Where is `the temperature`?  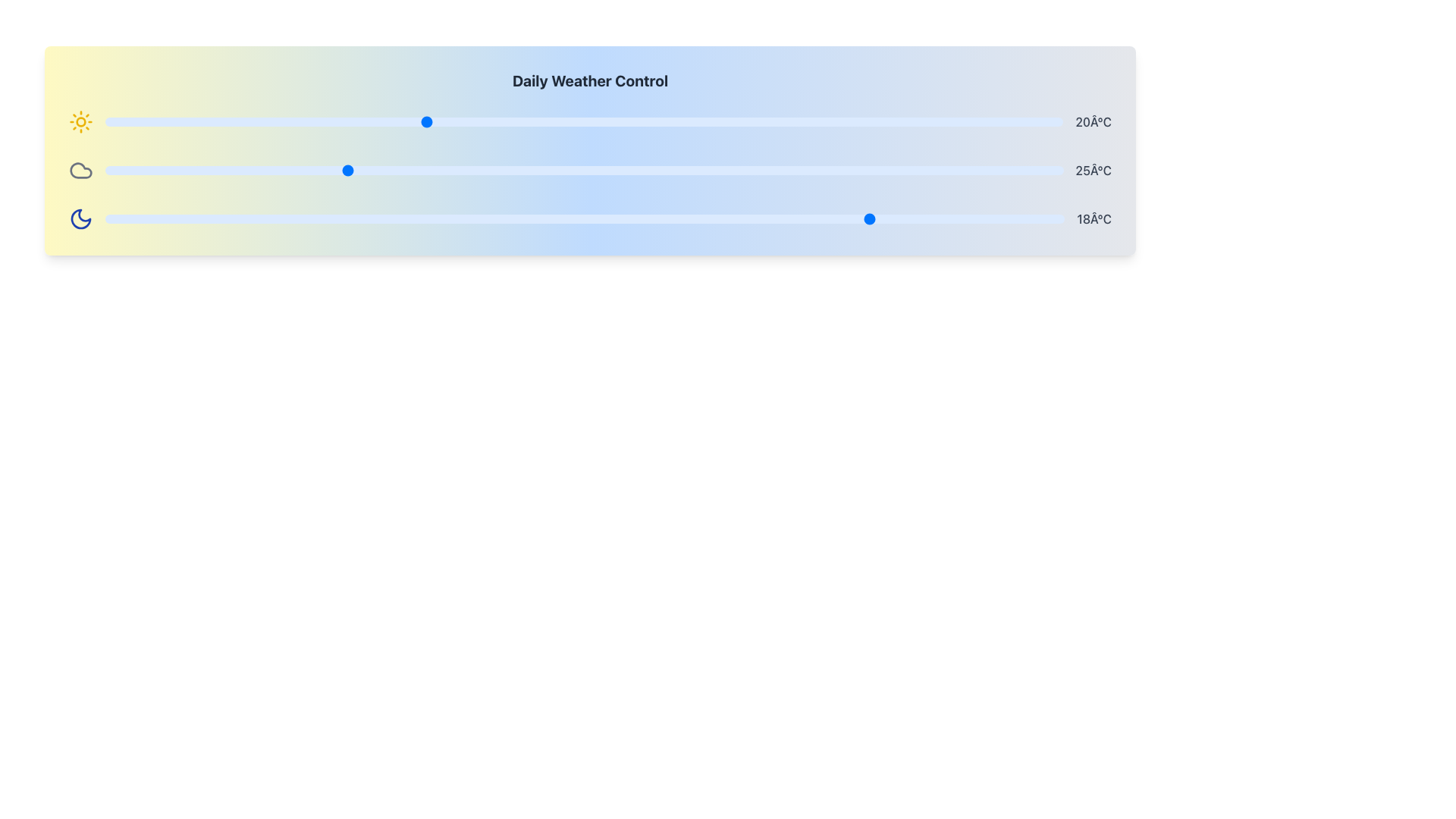 the temperature is located at coordinates (488, 170).